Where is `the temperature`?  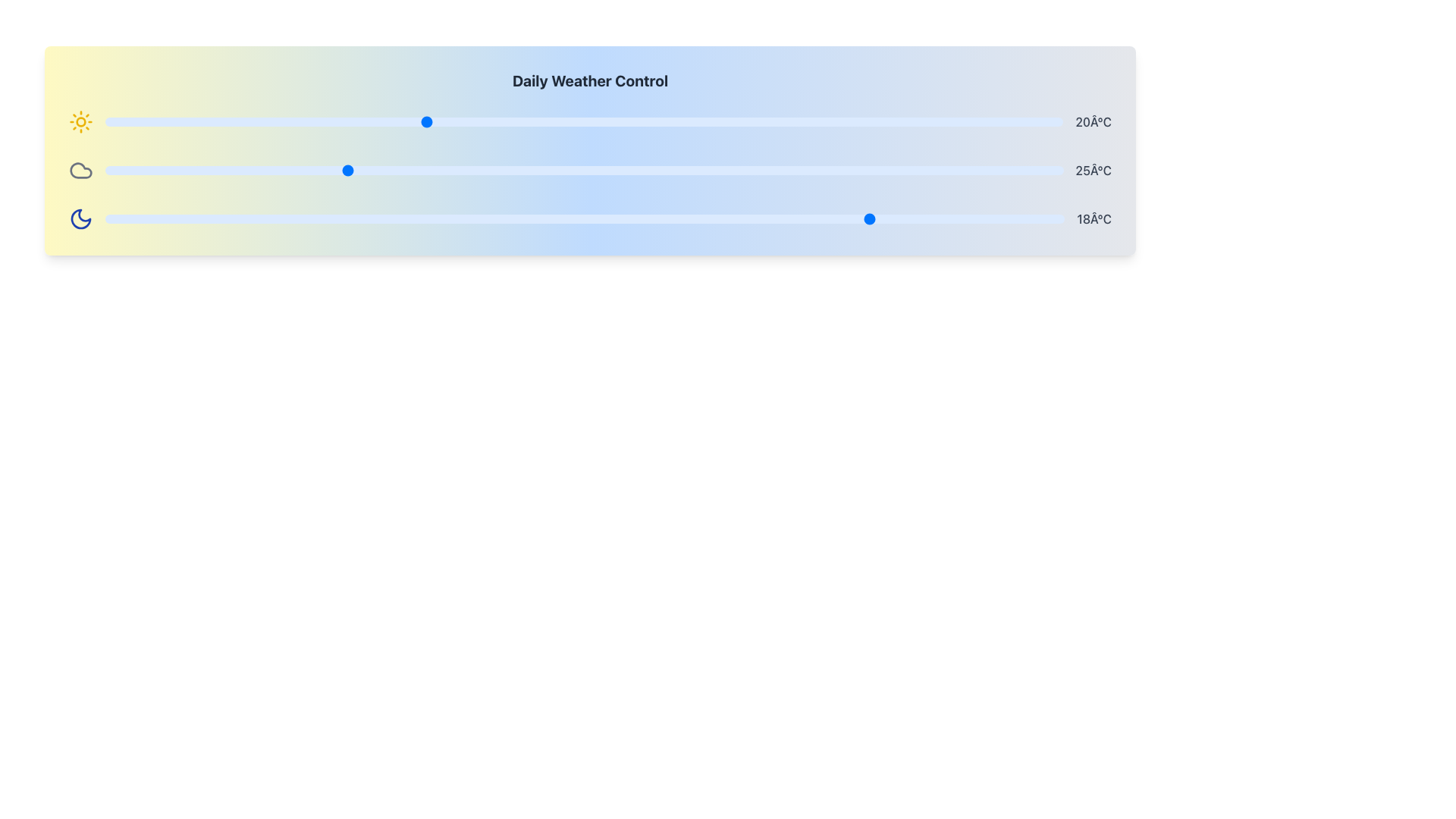 the temperature is located at coordinates (488, 170).